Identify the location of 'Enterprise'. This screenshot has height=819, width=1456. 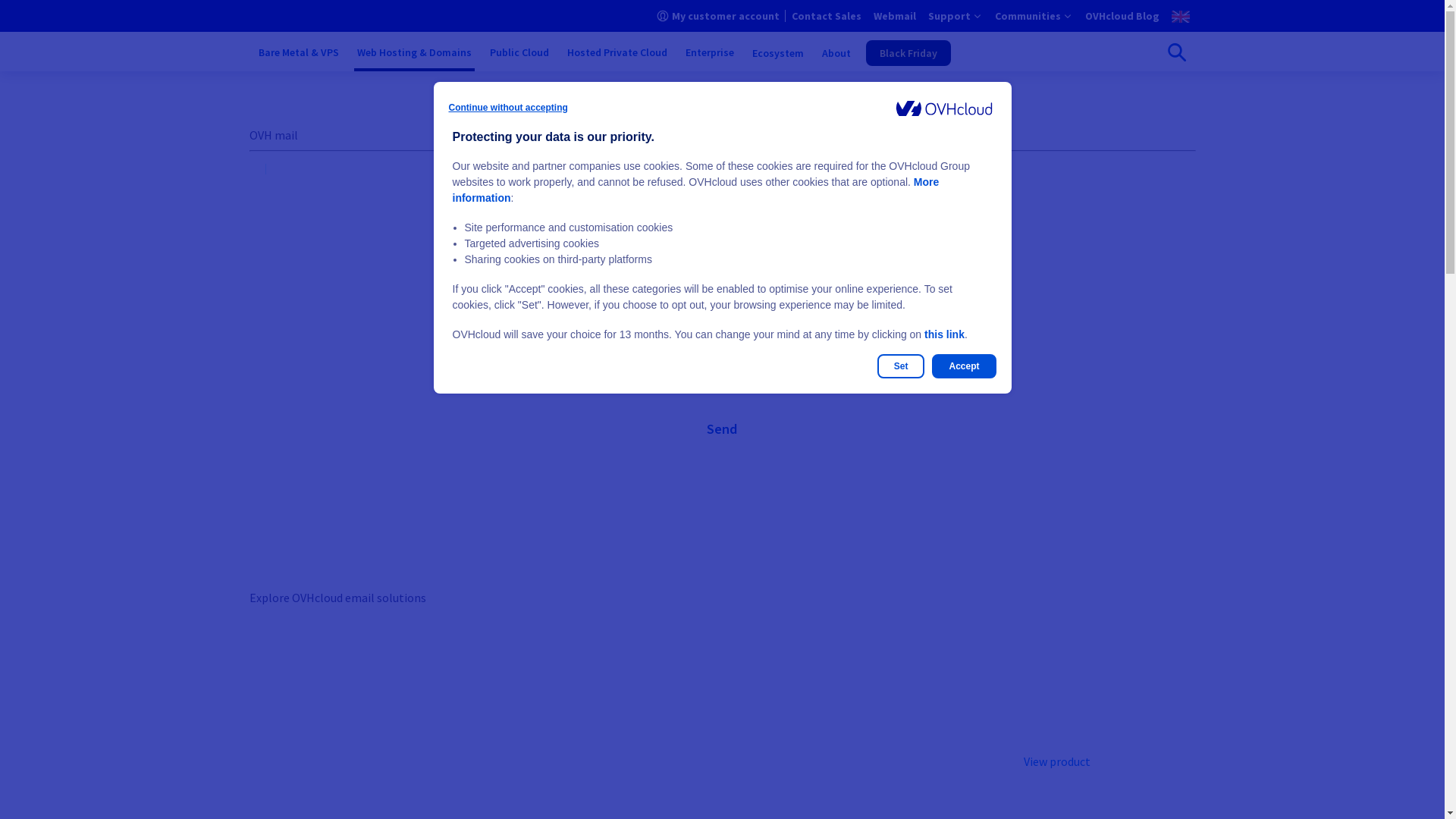
(709, 52).